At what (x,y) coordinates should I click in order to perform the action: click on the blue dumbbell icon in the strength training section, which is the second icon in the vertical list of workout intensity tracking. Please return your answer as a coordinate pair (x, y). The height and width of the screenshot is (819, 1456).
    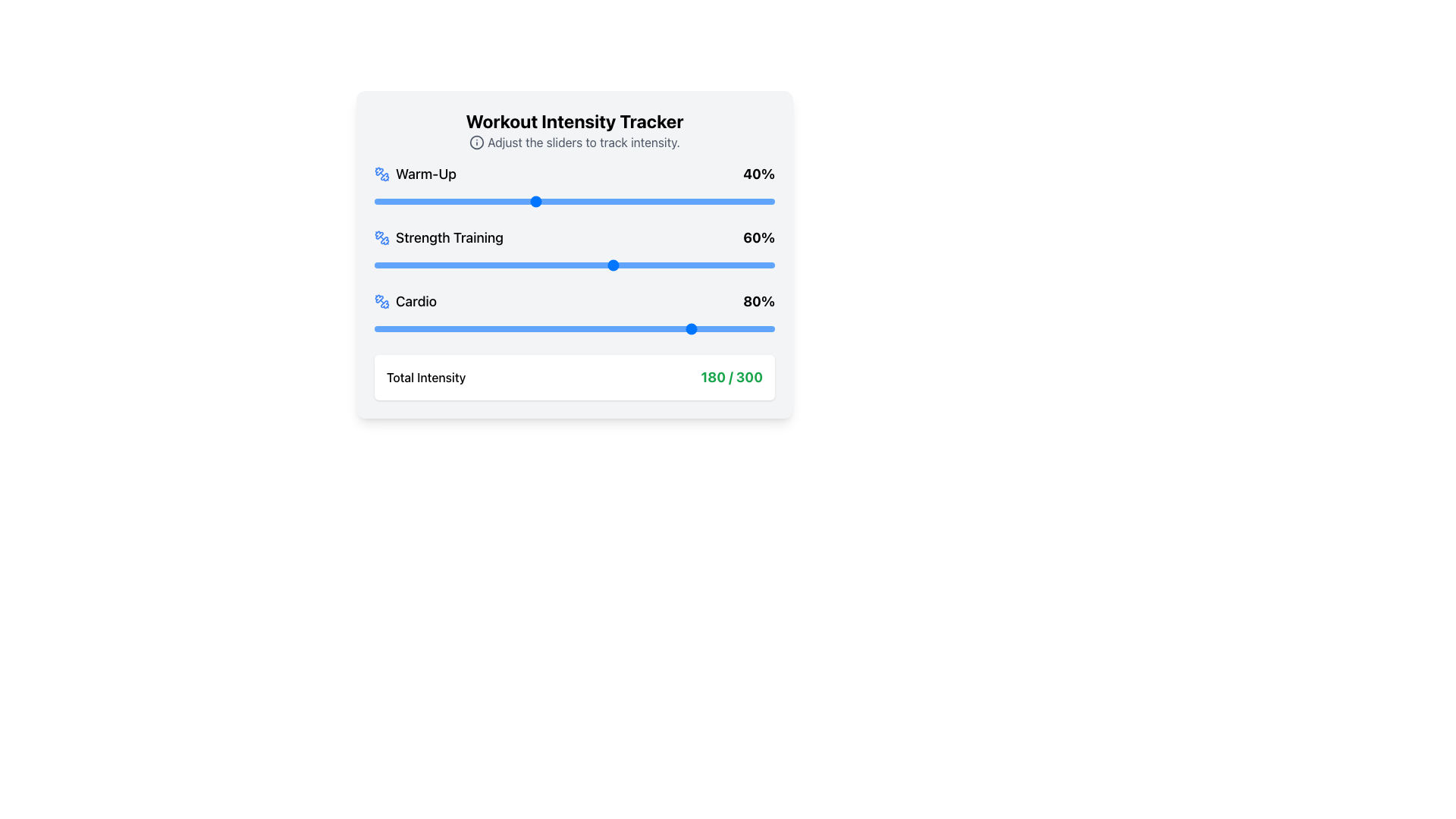
    Looking at the image, I should click on (384, 240).